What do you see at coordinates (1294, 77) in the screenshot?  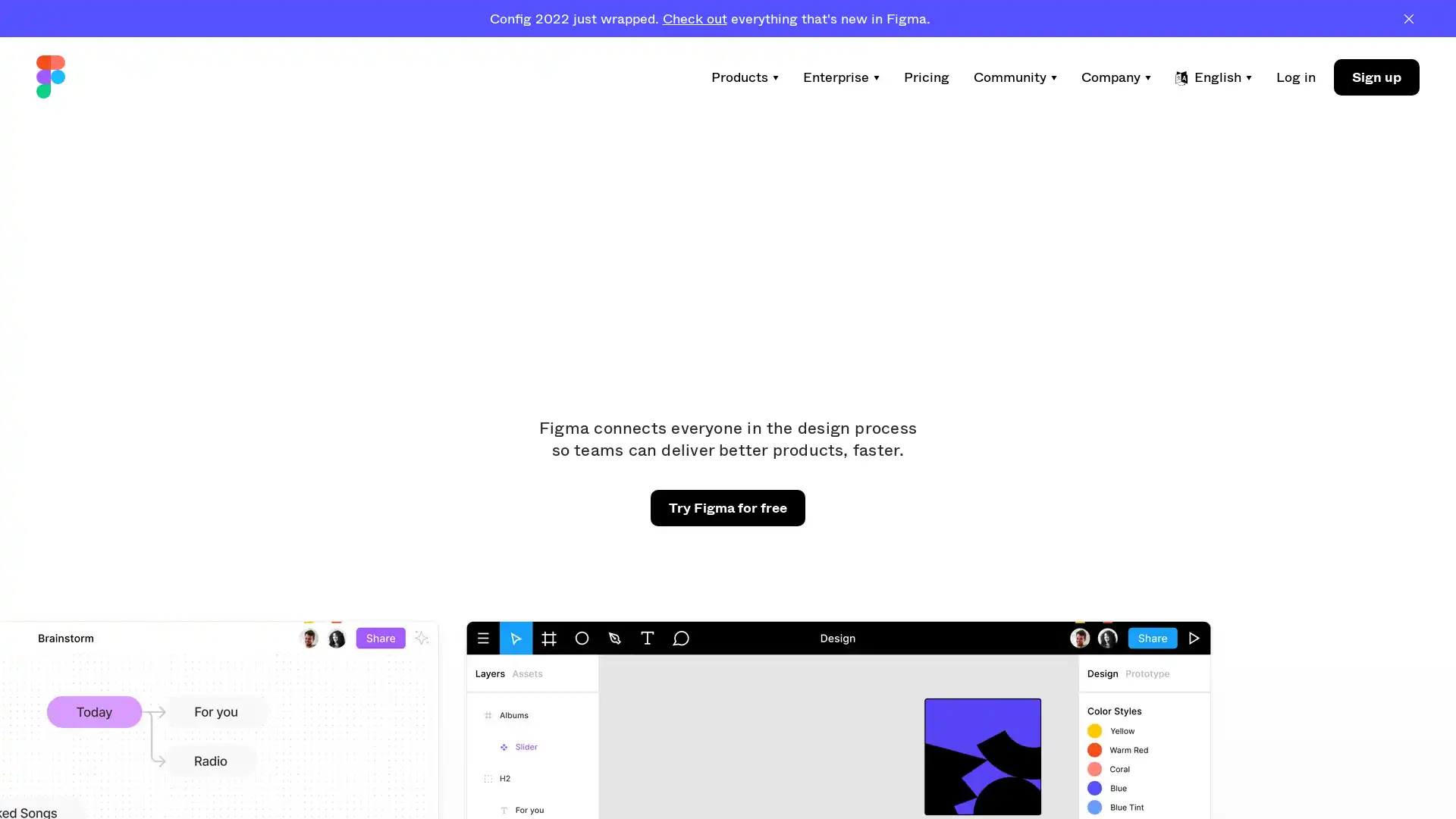 I see `Log in` at bounding box center [1294, 77].